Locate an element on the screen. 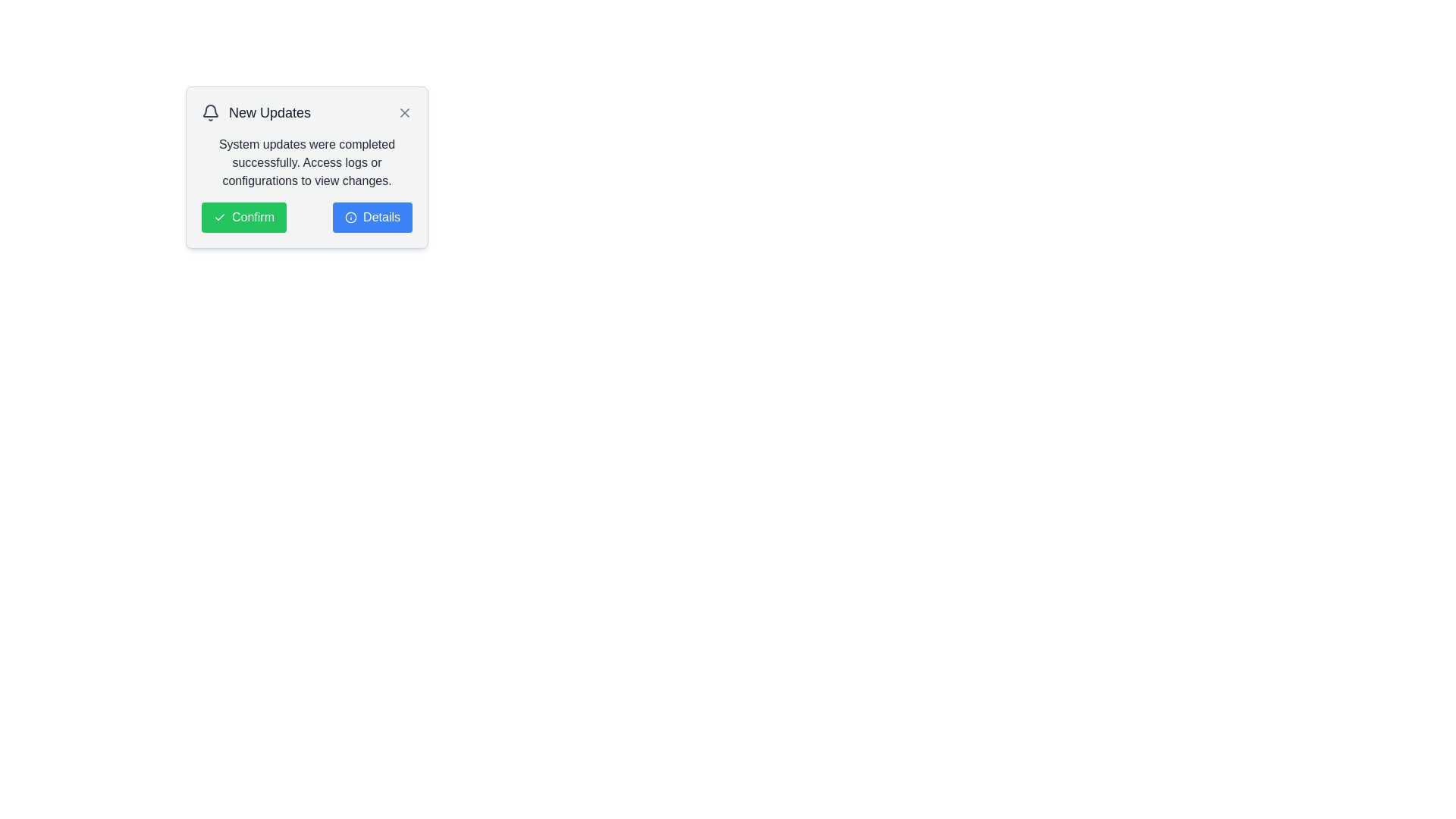  the leftmost confirmation button in the 'New Updates' notification box to confirm the action is located at coordinates (243, 217).